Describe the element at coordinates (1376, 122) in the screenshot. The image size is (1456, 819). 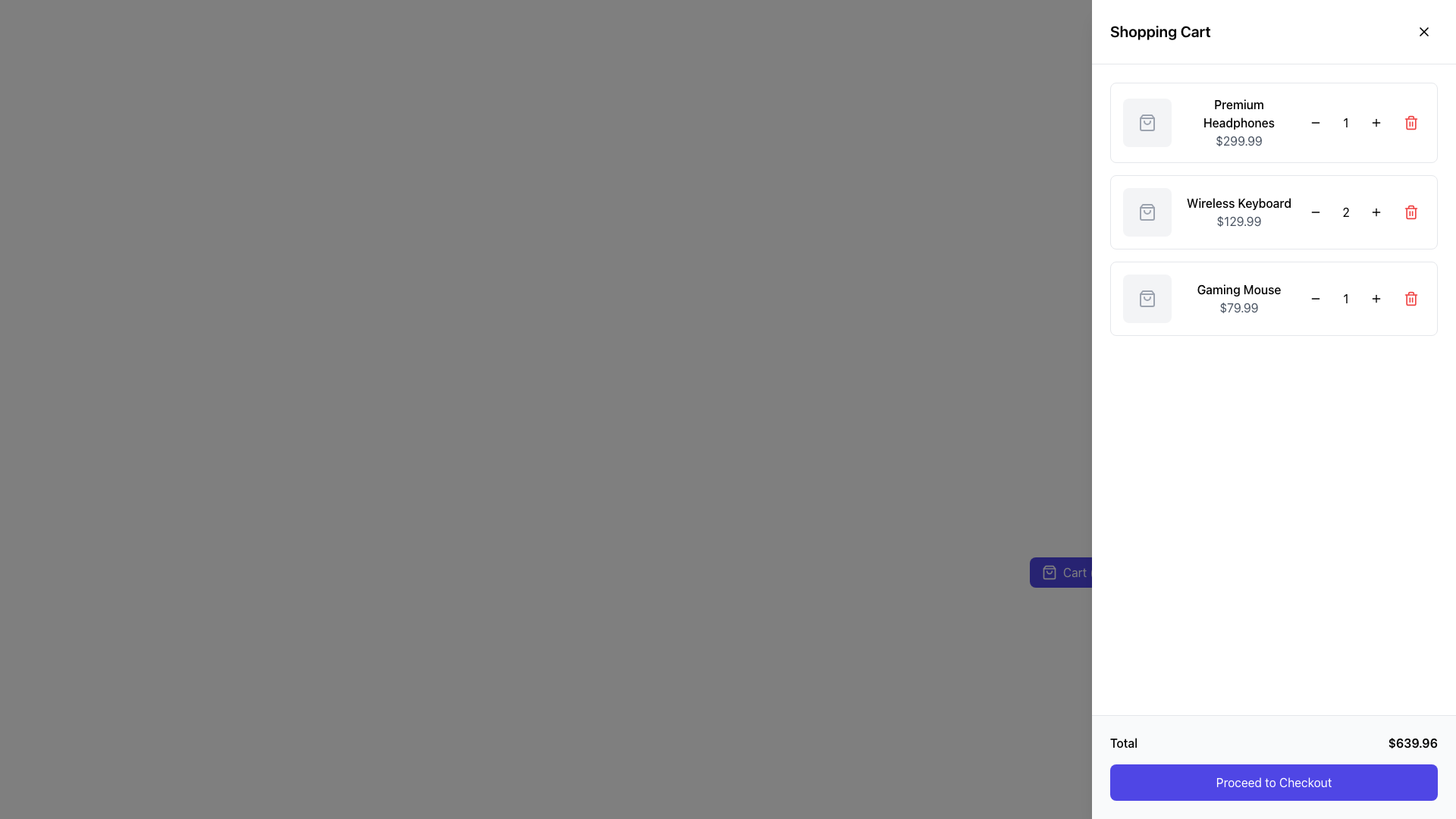
I see `the circular button with a plus icon for 'Premium Headphones' in the shopping cart` at that location.